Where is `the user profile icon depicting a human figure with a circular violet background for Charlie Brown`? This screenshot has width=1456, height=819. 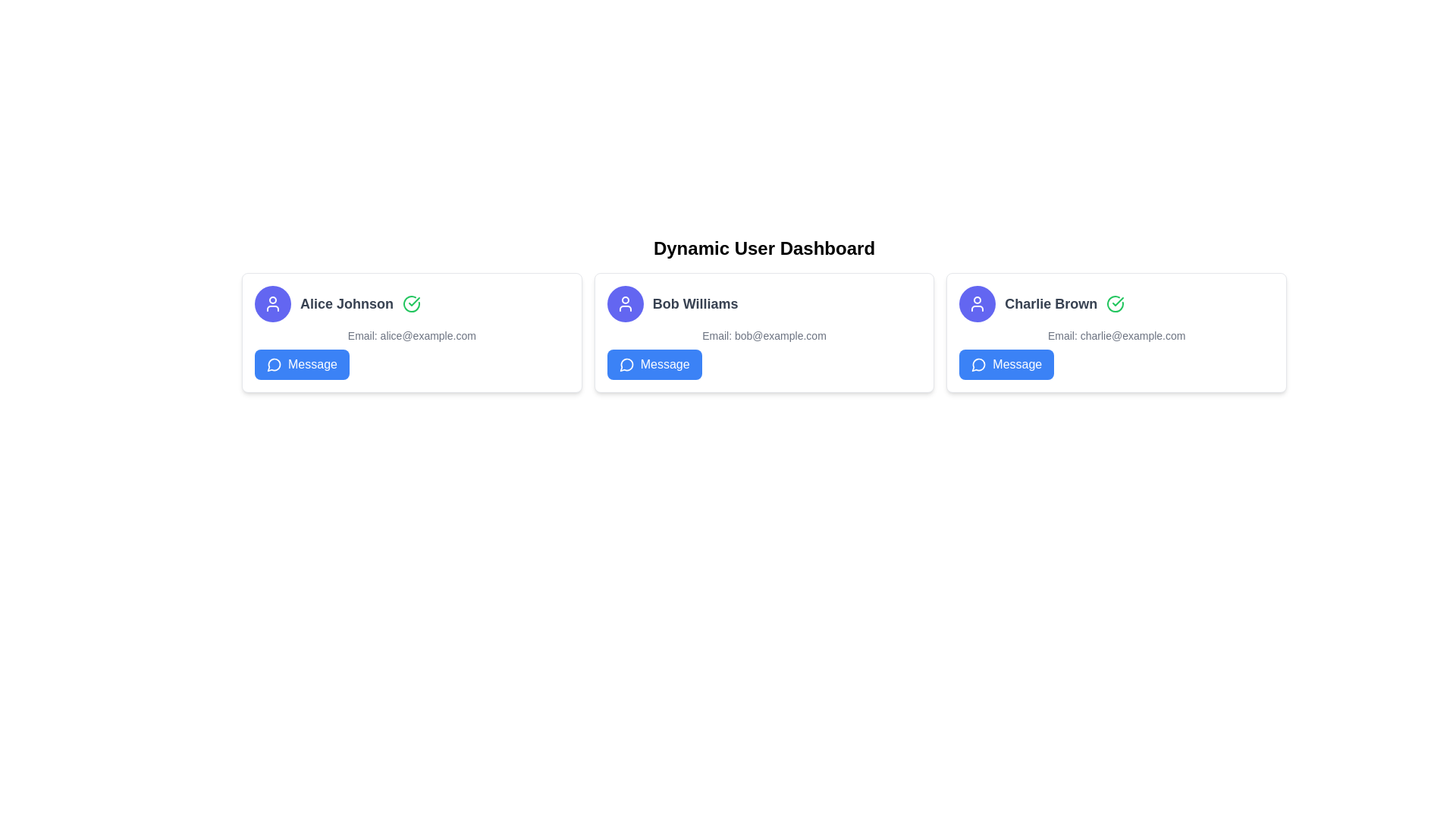
the user profile icon depicting a human figure with a circular violet background for Charlie Brown is located at coordinates (625, 304).